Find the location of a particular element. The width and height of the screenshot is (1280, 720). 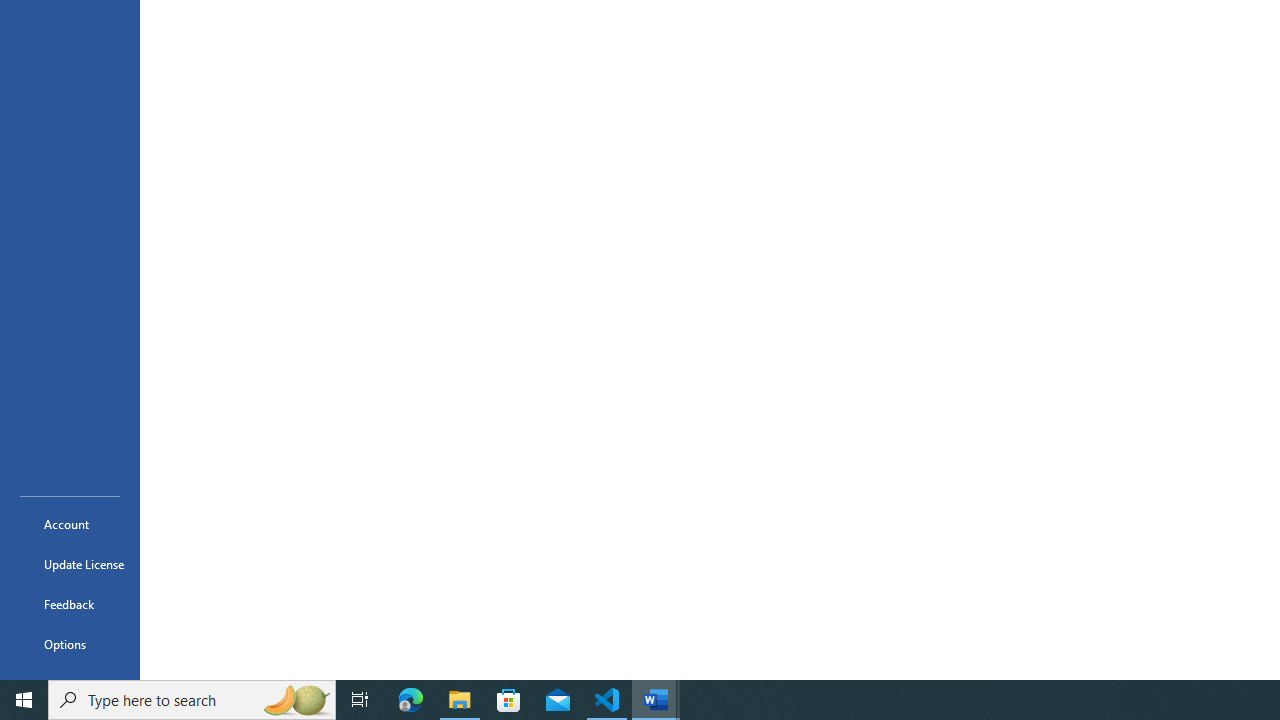

'Feedback' is located at coordinates (69, 603).